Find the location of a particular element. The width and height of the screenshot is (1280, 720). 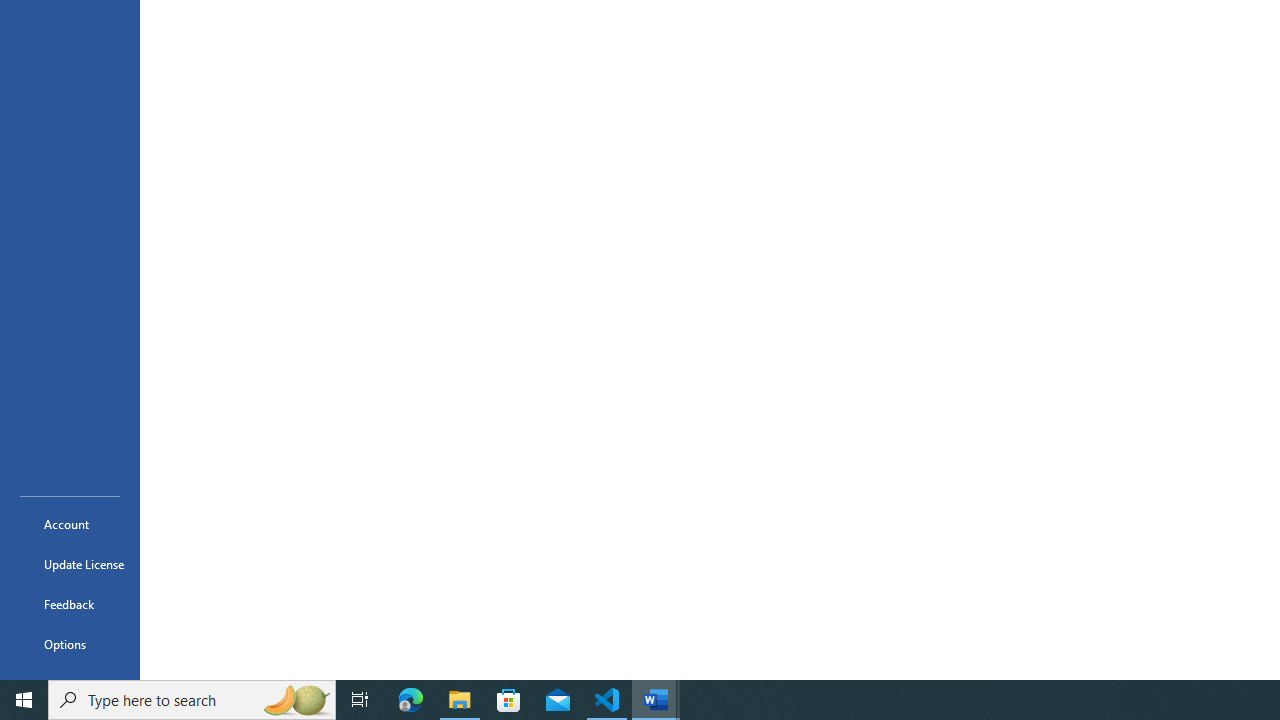

'Feedback' is located at coordinates (69, 603).